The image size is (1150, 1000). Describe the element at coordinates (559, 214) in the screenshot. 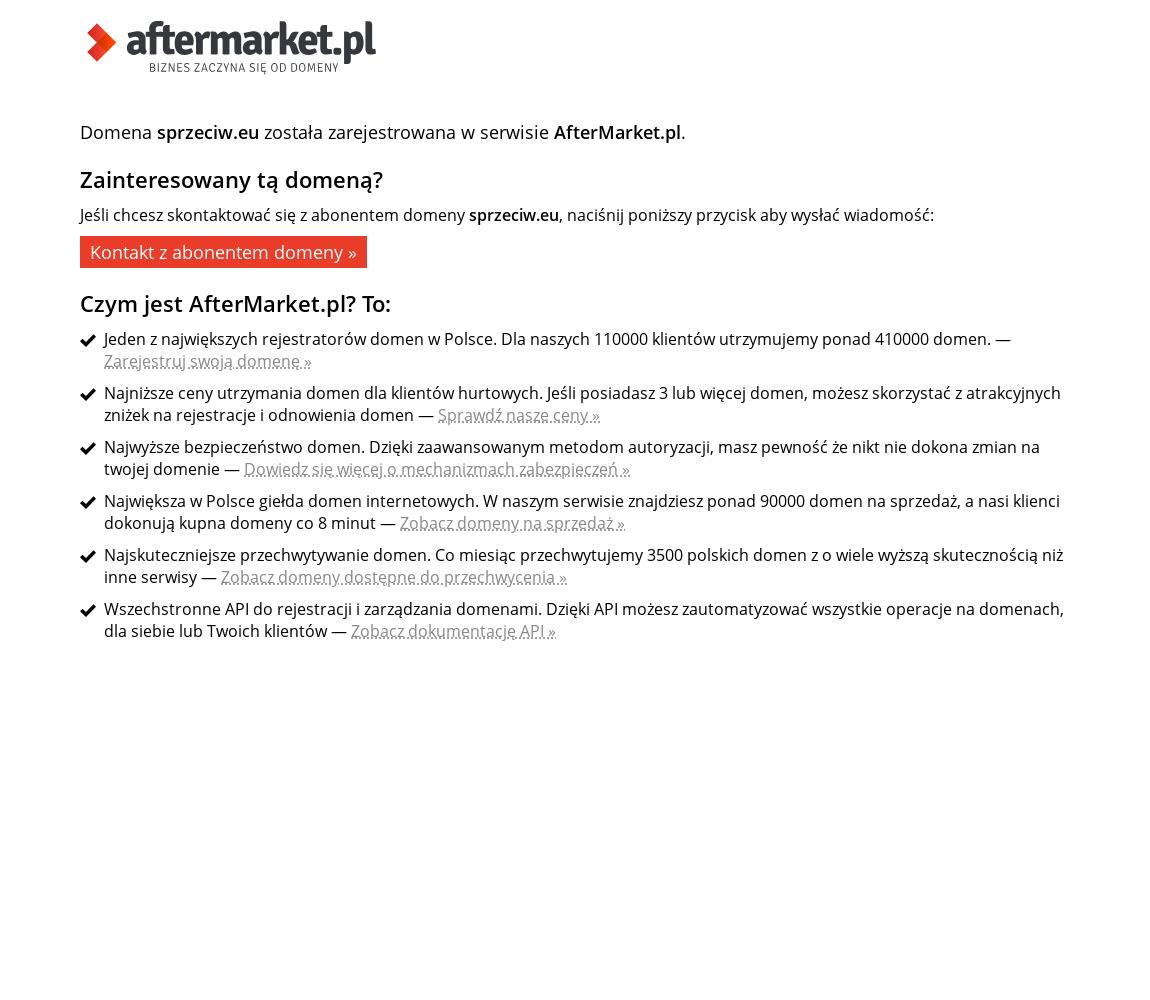

I see `', 
naciśnij poniższy przycisk aby wysłać wiadomość:'` at that location.